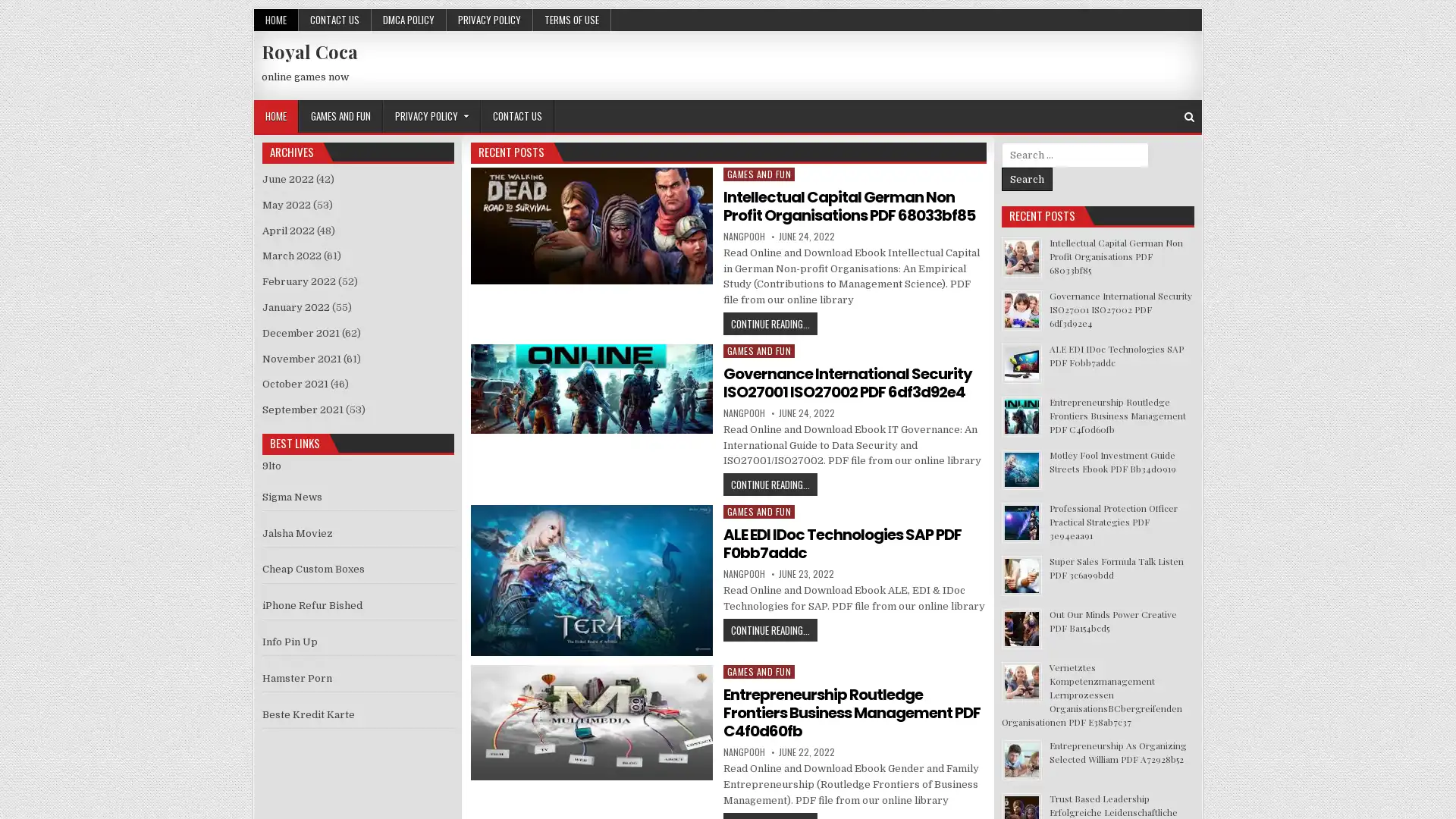 The width and height of the screenshot is (1456, 819). I want to click on Search, so click(1027, 178).